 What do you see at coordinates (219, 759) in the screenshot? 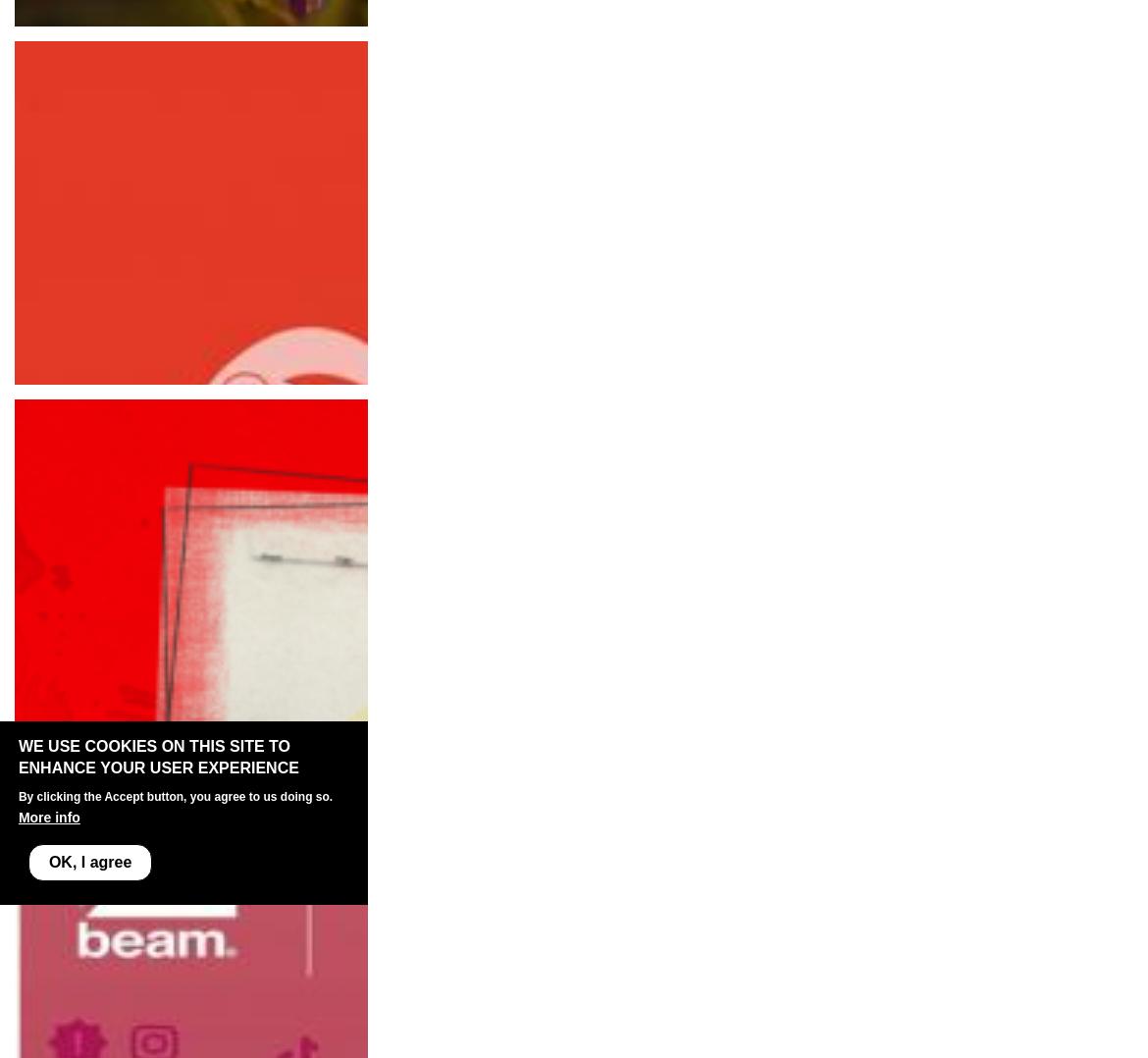
I see `'Harassment of women in politics on the rise in Sri Lanka'` at bounding box center [219, 759].